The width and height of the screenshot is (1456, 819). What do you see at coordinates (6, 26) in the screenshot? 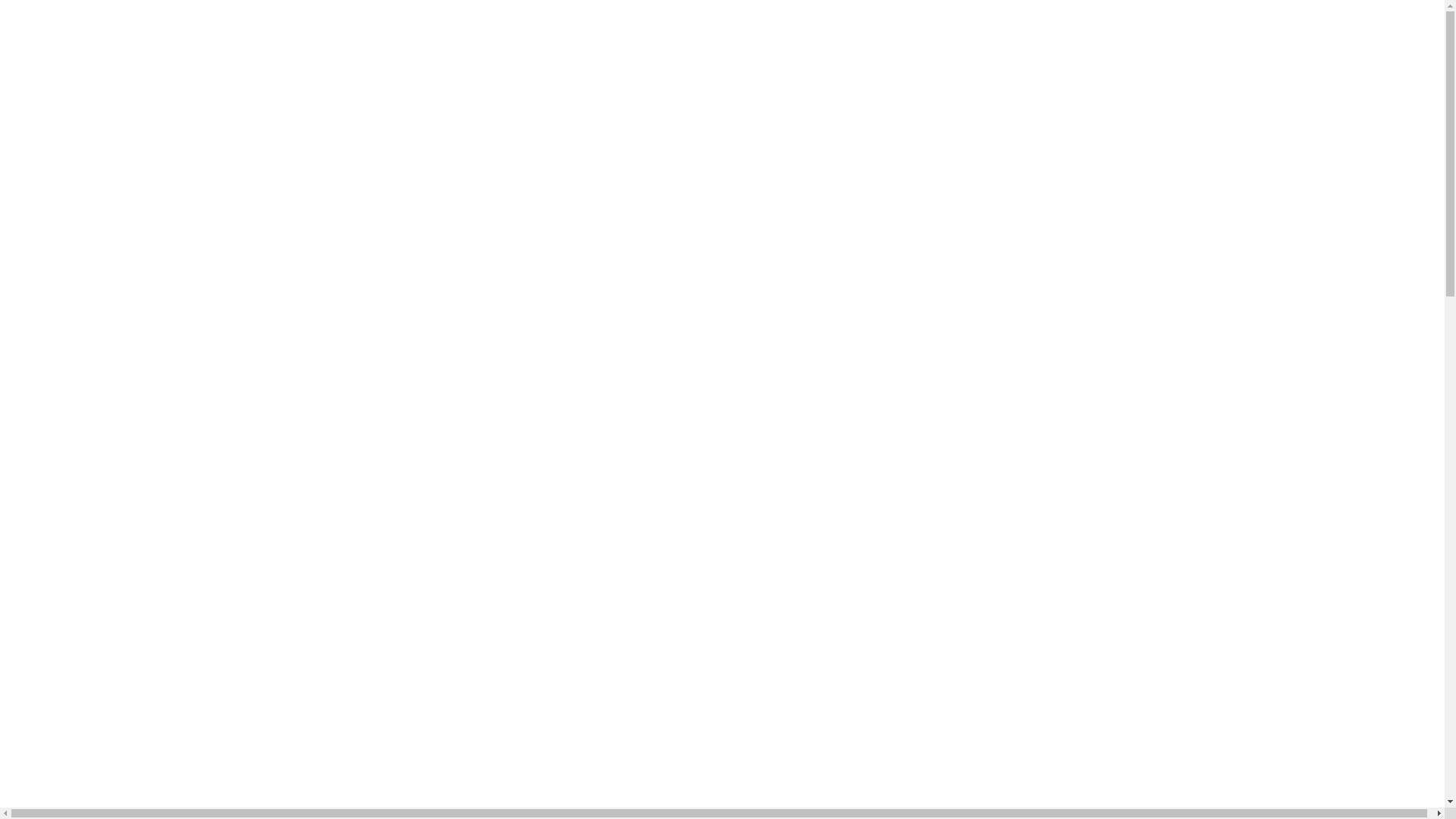
I see `'Korea'` at bounding box center [6, 26].